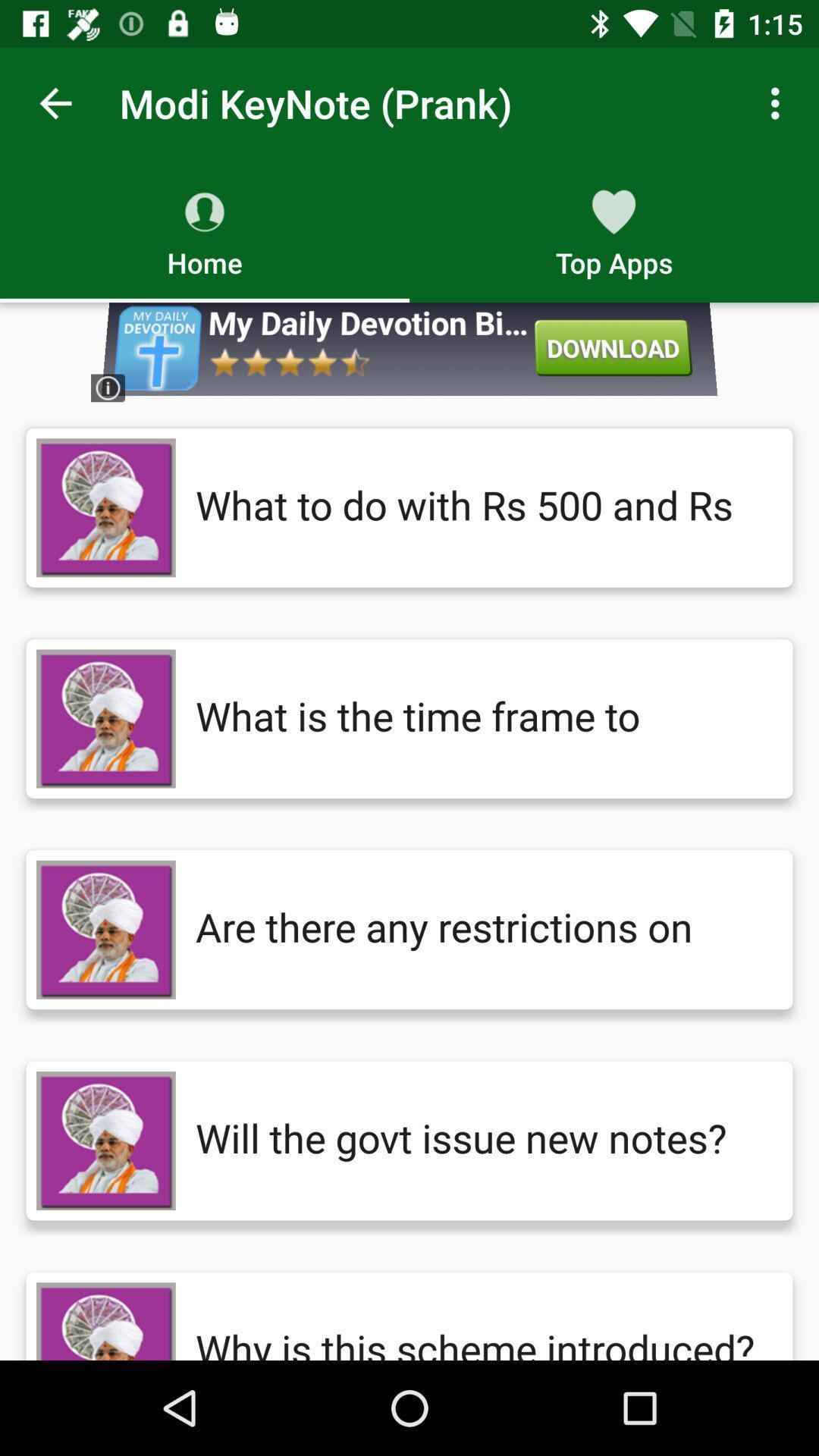 The height and width of the screenshot is (1456, 819). What do you see at coordinates (55, 102) in the screenshot?
I see `the app to the left of modi keynote (prank) icon` at bounding box center [55, 102].